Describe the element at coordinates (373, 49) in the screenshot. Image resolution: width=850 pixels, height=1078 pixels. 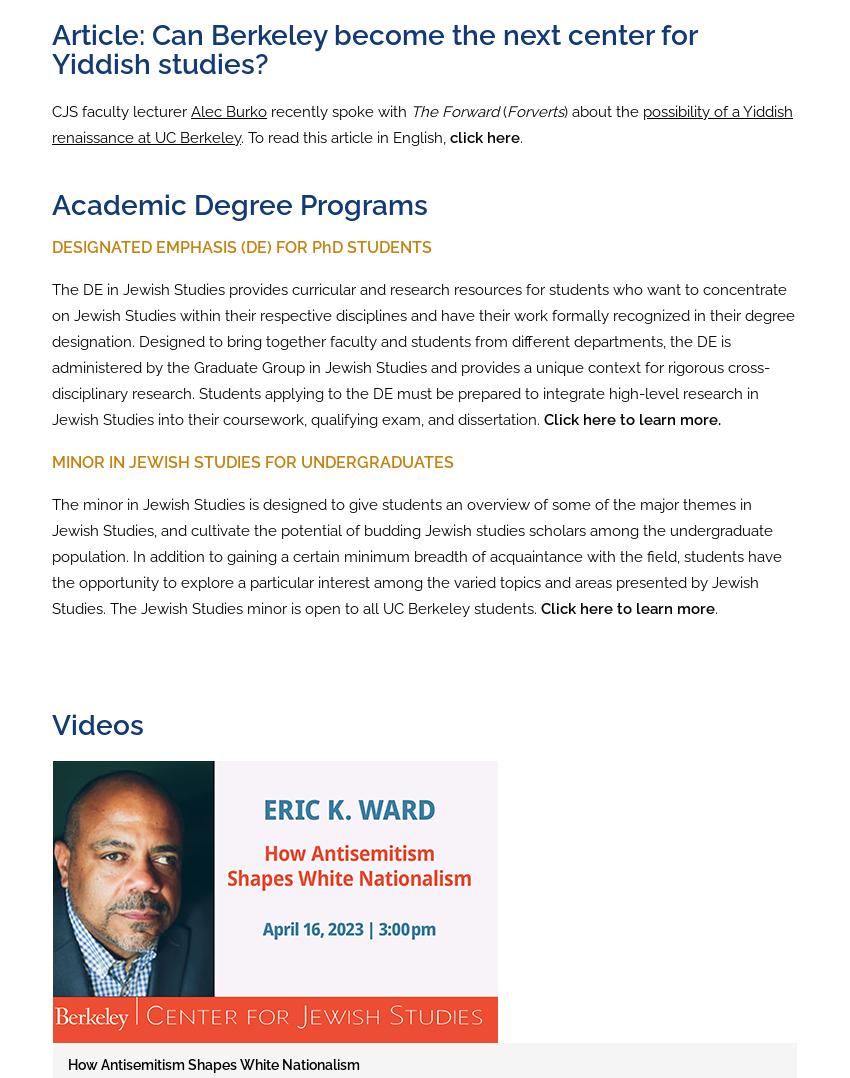
I see `'Article: Can Berkeley become the next center for Yiddish studies?'` at that location.